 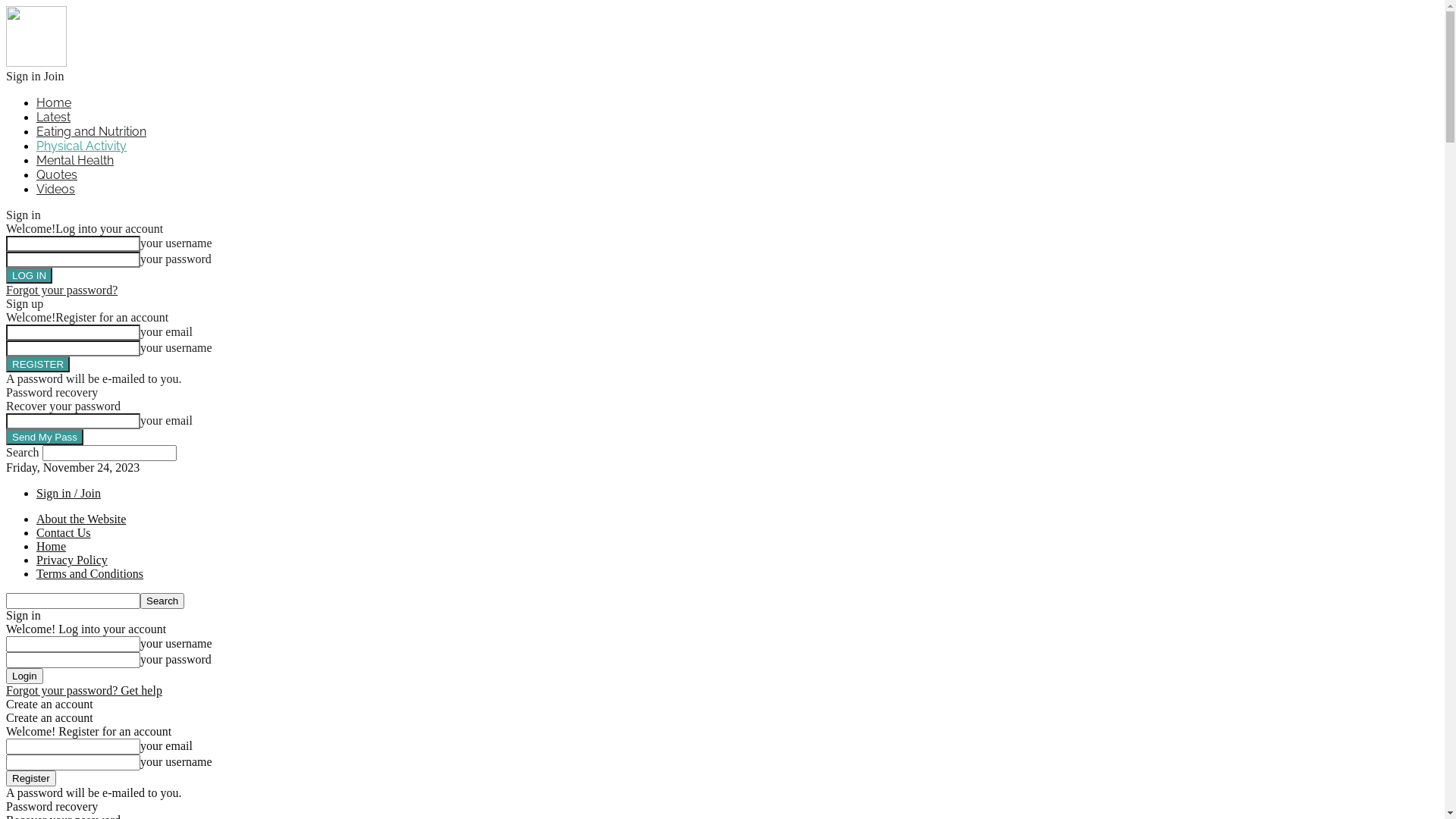 I want to click on 'Mental Health', so click(x=74, y=160).